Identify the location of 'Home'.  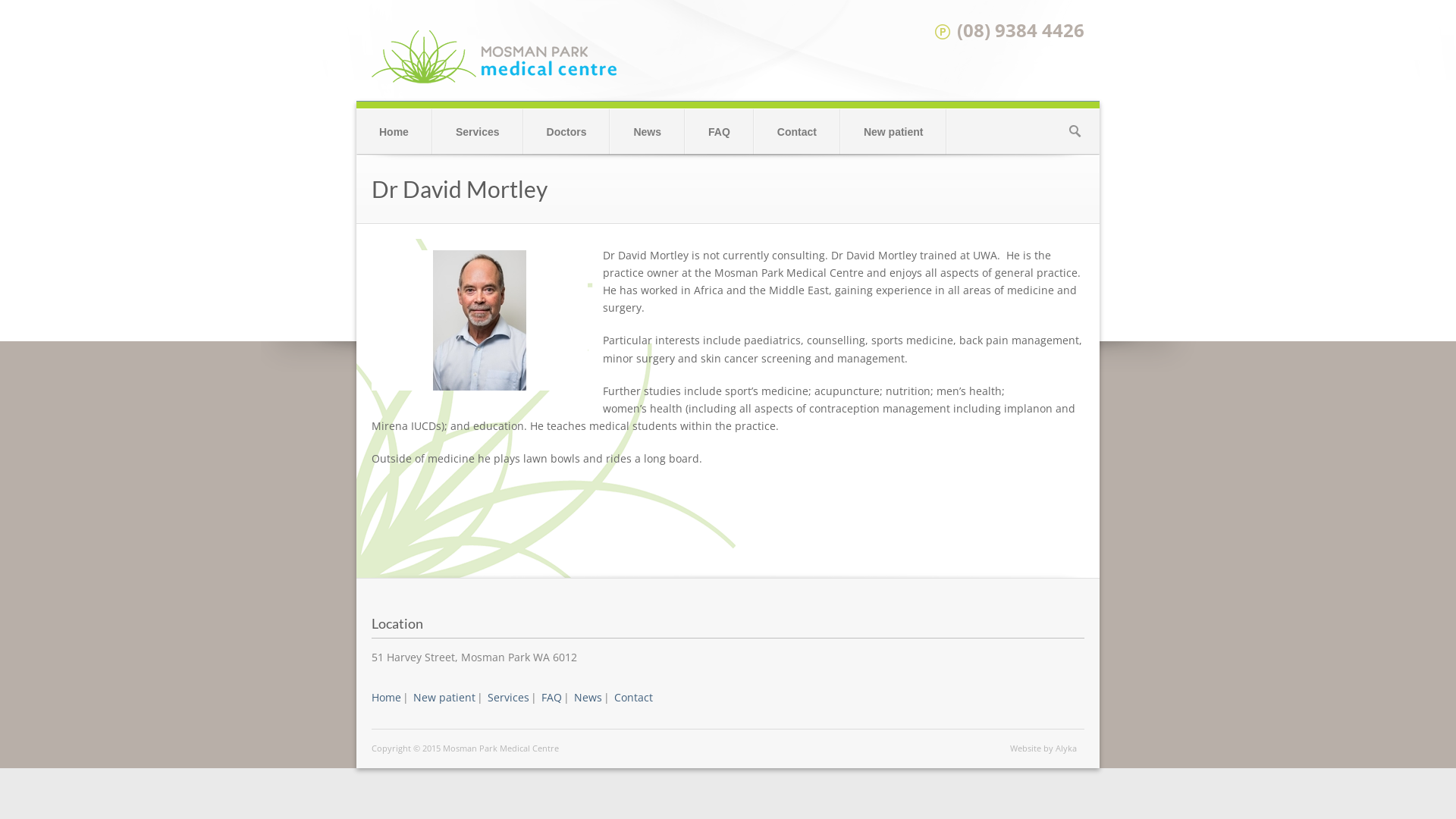
(394, 130).